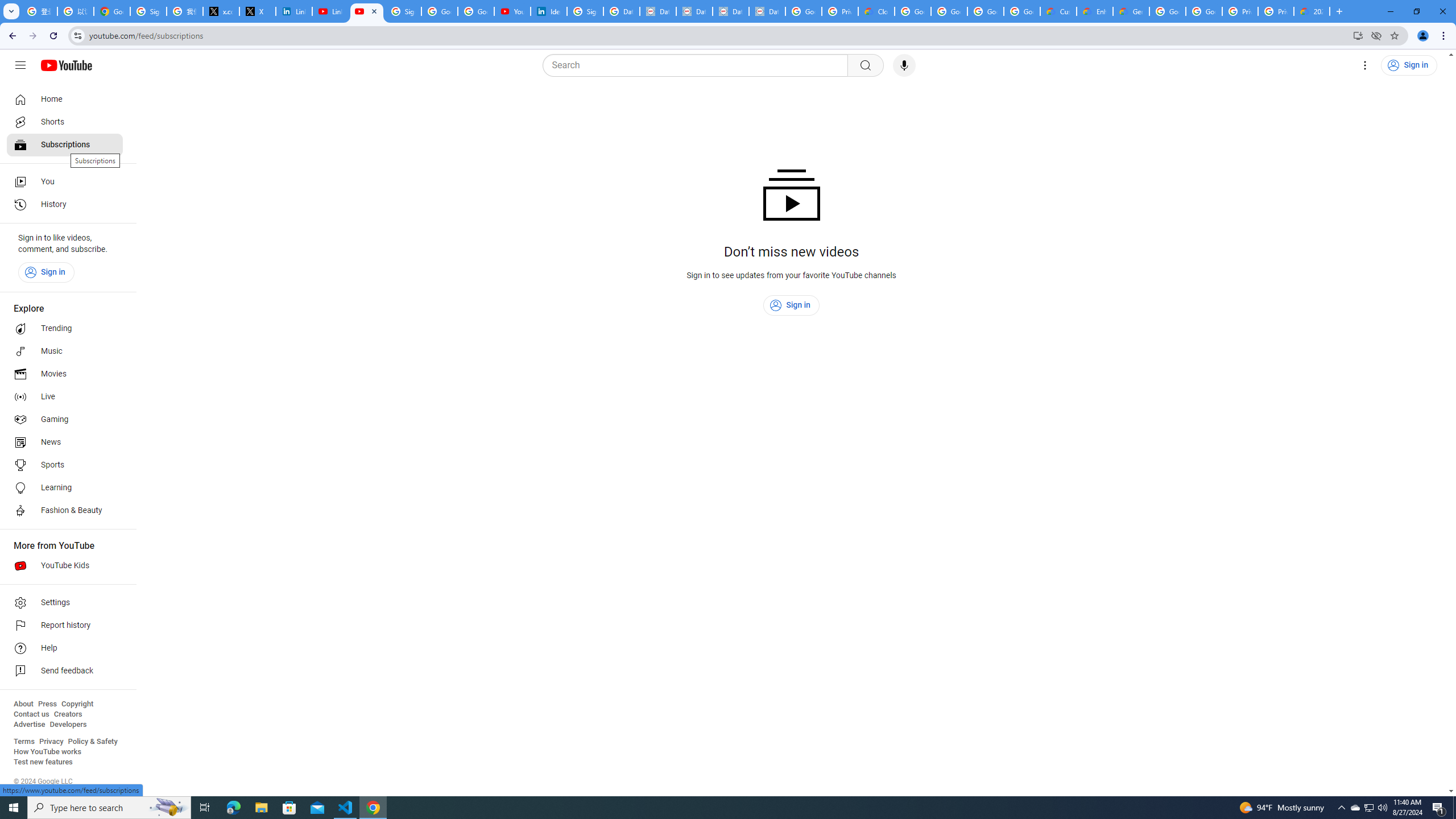 The image size is (1456, 819). Describe the element at coordinates (23, 704) in the screenshot. I see `'About'` at that location.